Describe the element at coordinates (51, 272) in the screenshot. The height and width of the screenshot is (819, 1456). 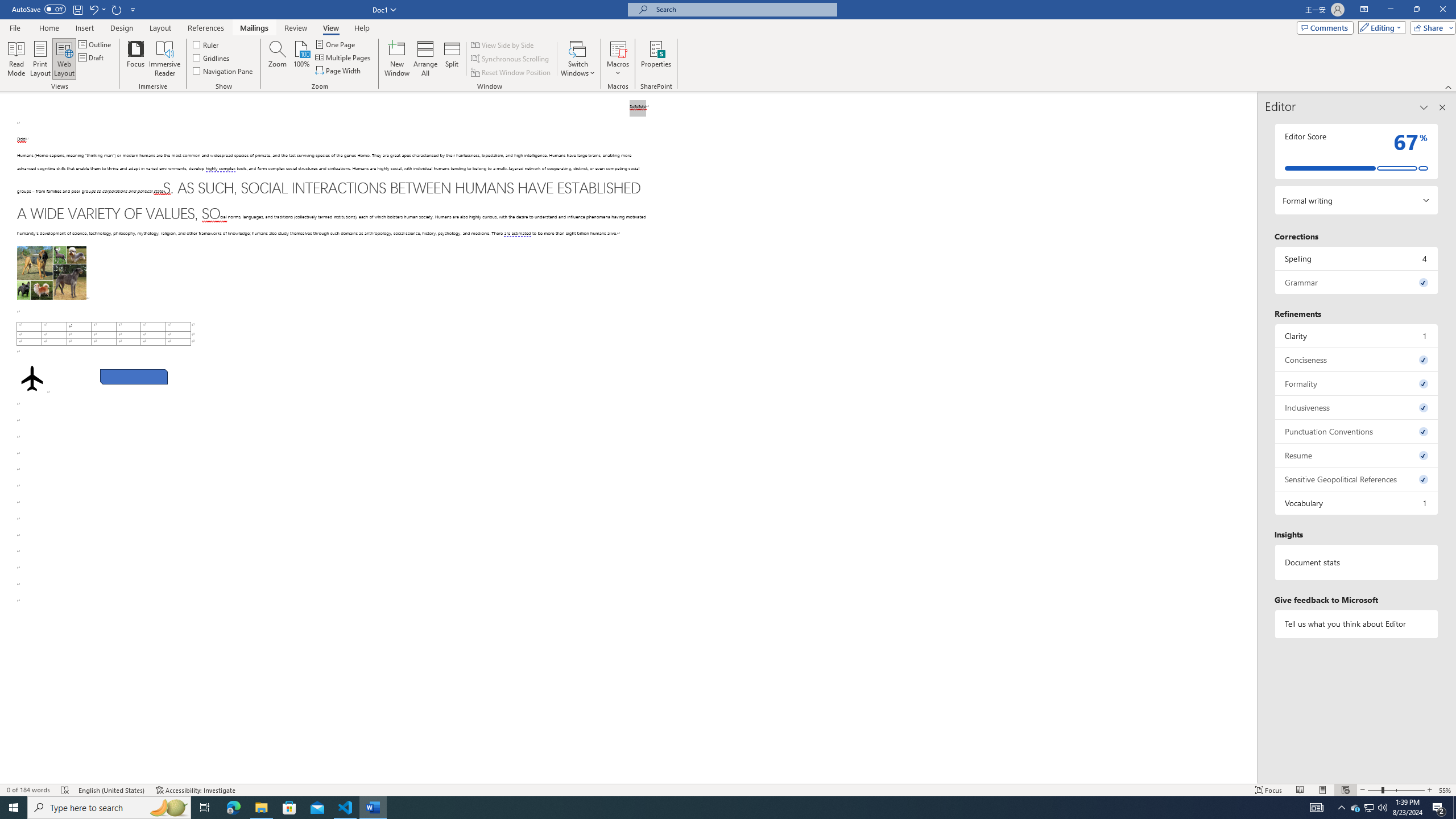
I see `'Morphological variation in six dogs'` at that location.